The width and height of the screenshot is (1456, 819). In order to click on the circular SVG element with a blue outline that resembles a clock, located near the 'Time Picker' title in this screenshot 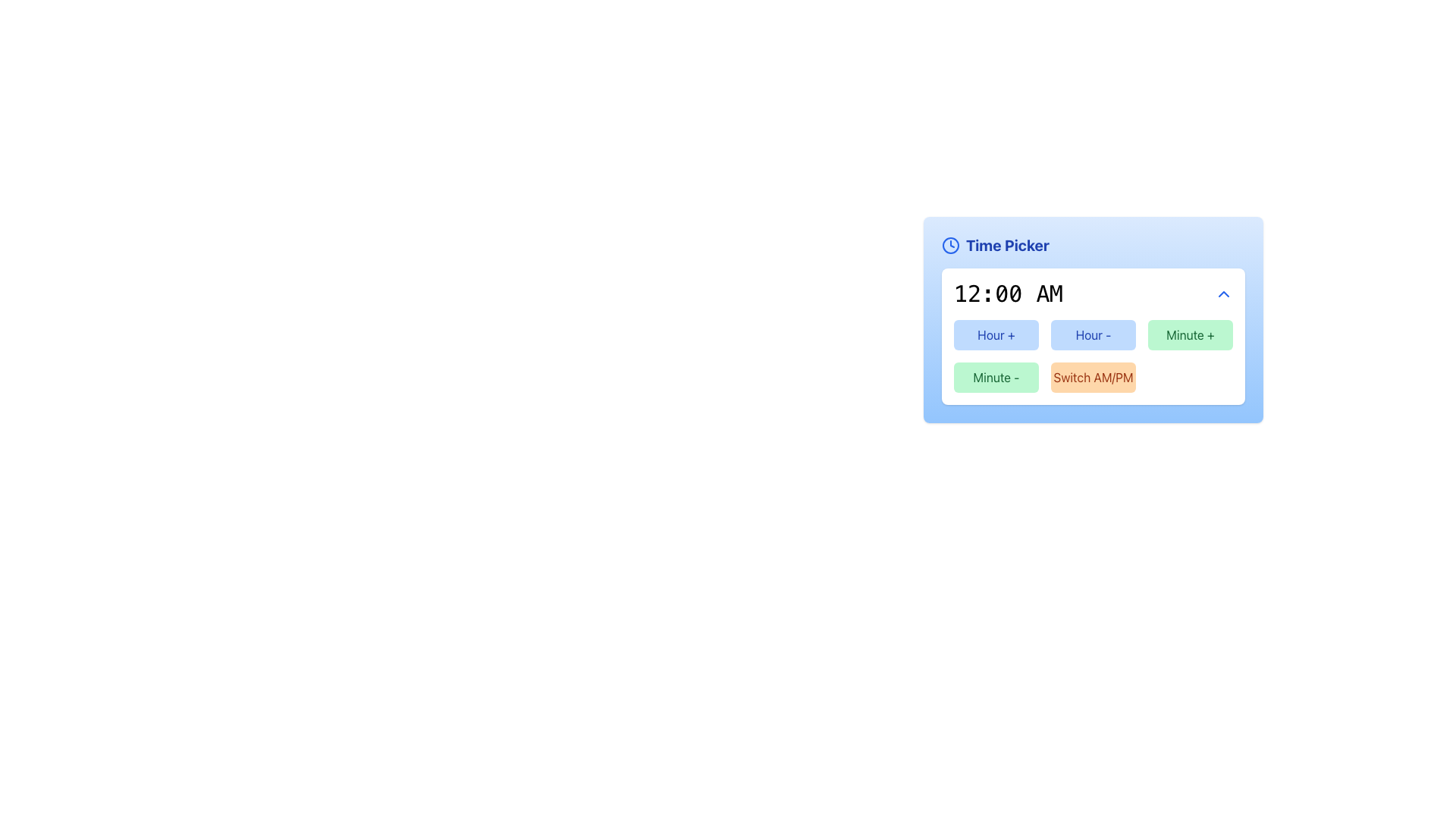, I will do `click(949, 245)`.